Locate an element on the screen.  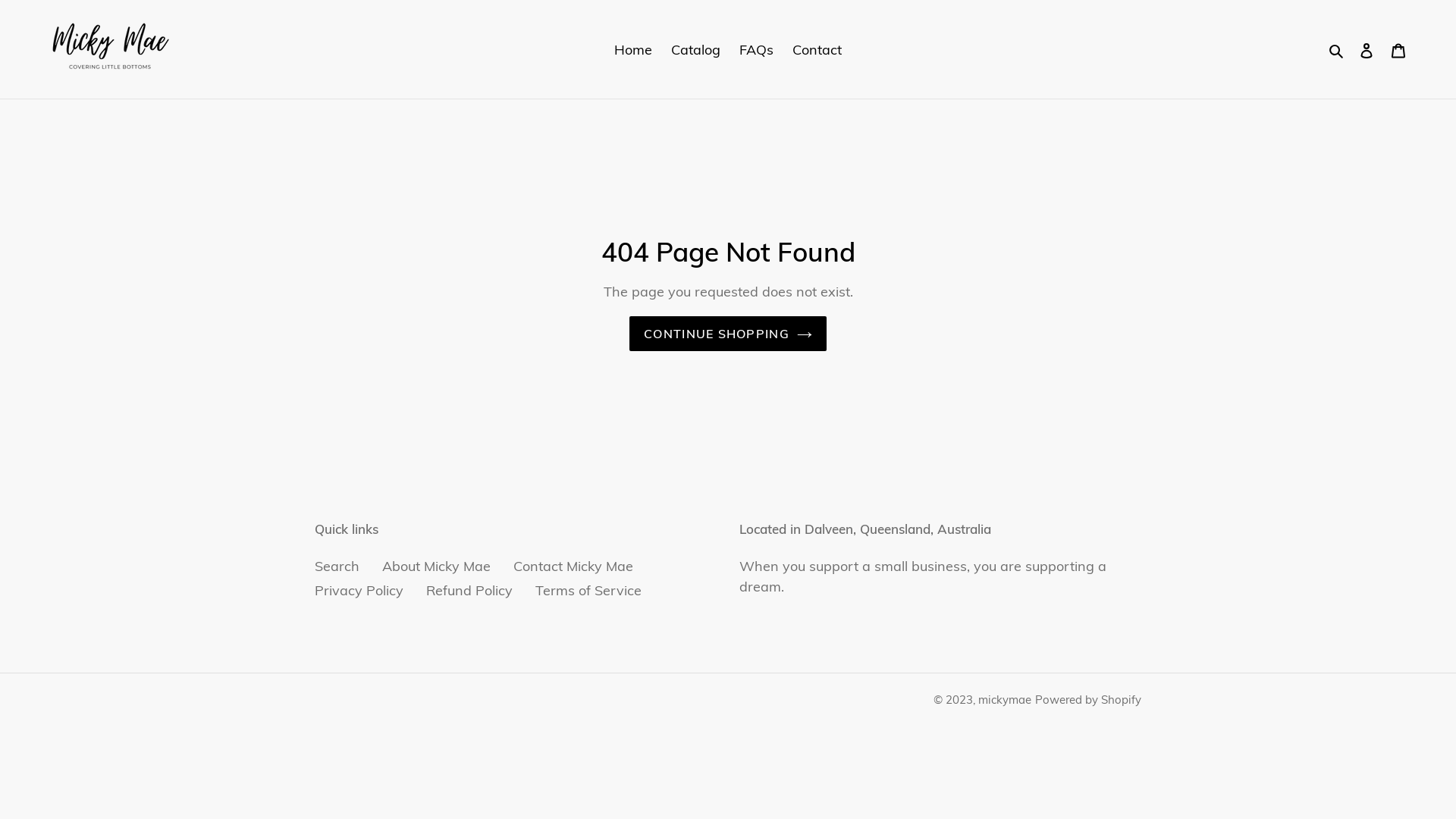
'mickymae' is located at coordinates (1004, 699).